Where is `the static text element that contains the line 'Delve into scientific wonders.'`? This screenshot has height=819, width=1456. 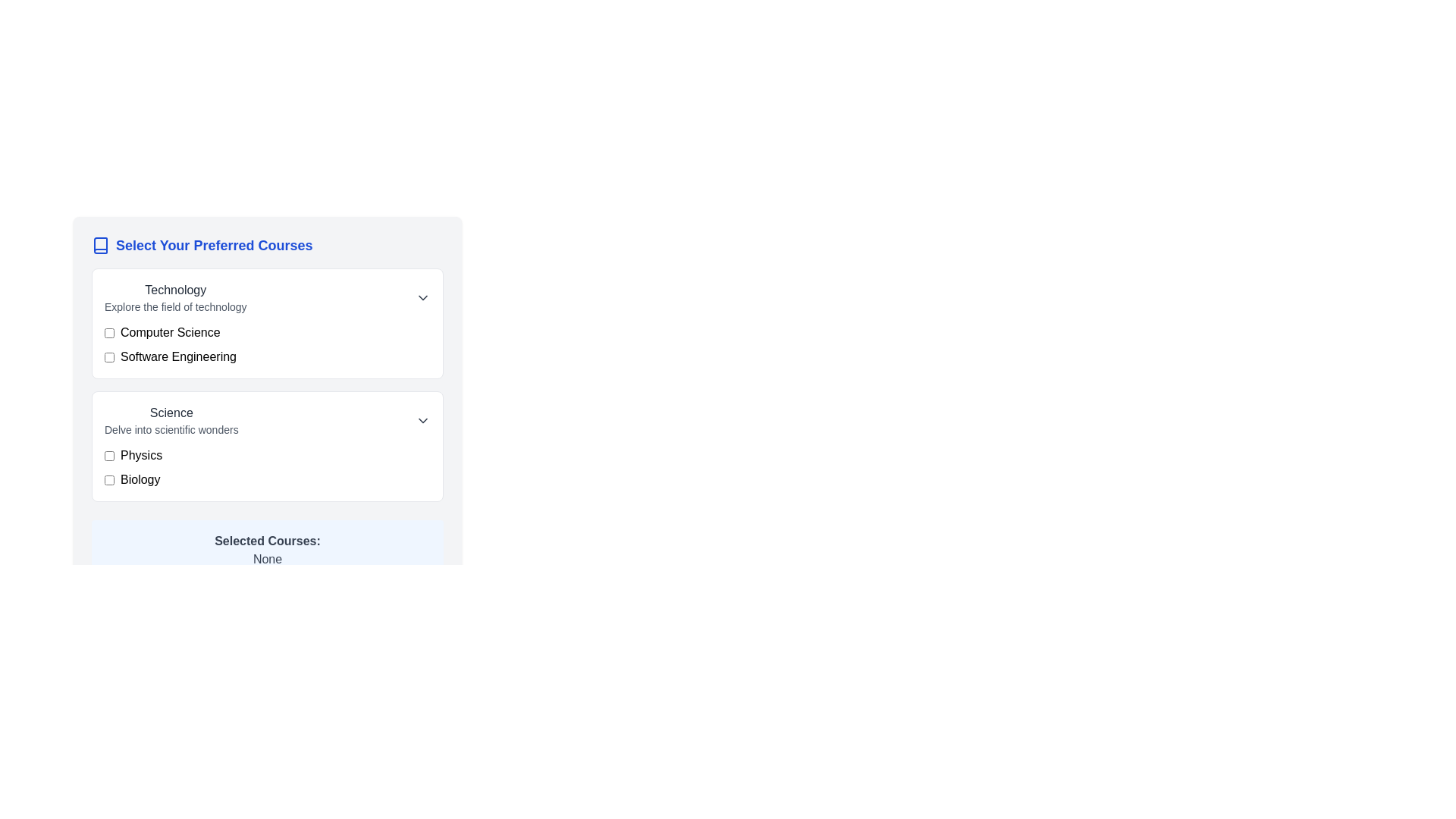
the static text element that contains the line 'Delve into scientific wonders.' is located at coordinates (171, 430).